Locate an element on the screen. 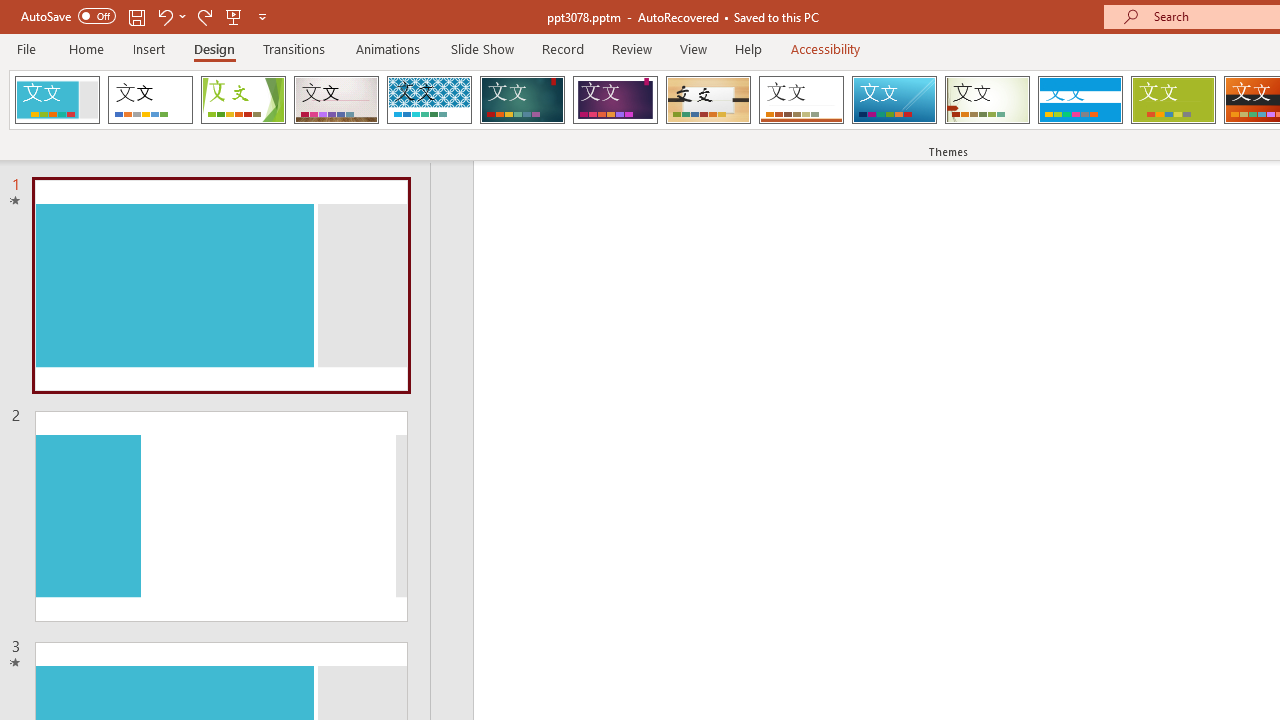 Image resolution: width=1280 pixels, height=720 pixels. 'Banded' is located at coordinates (1079, 100).